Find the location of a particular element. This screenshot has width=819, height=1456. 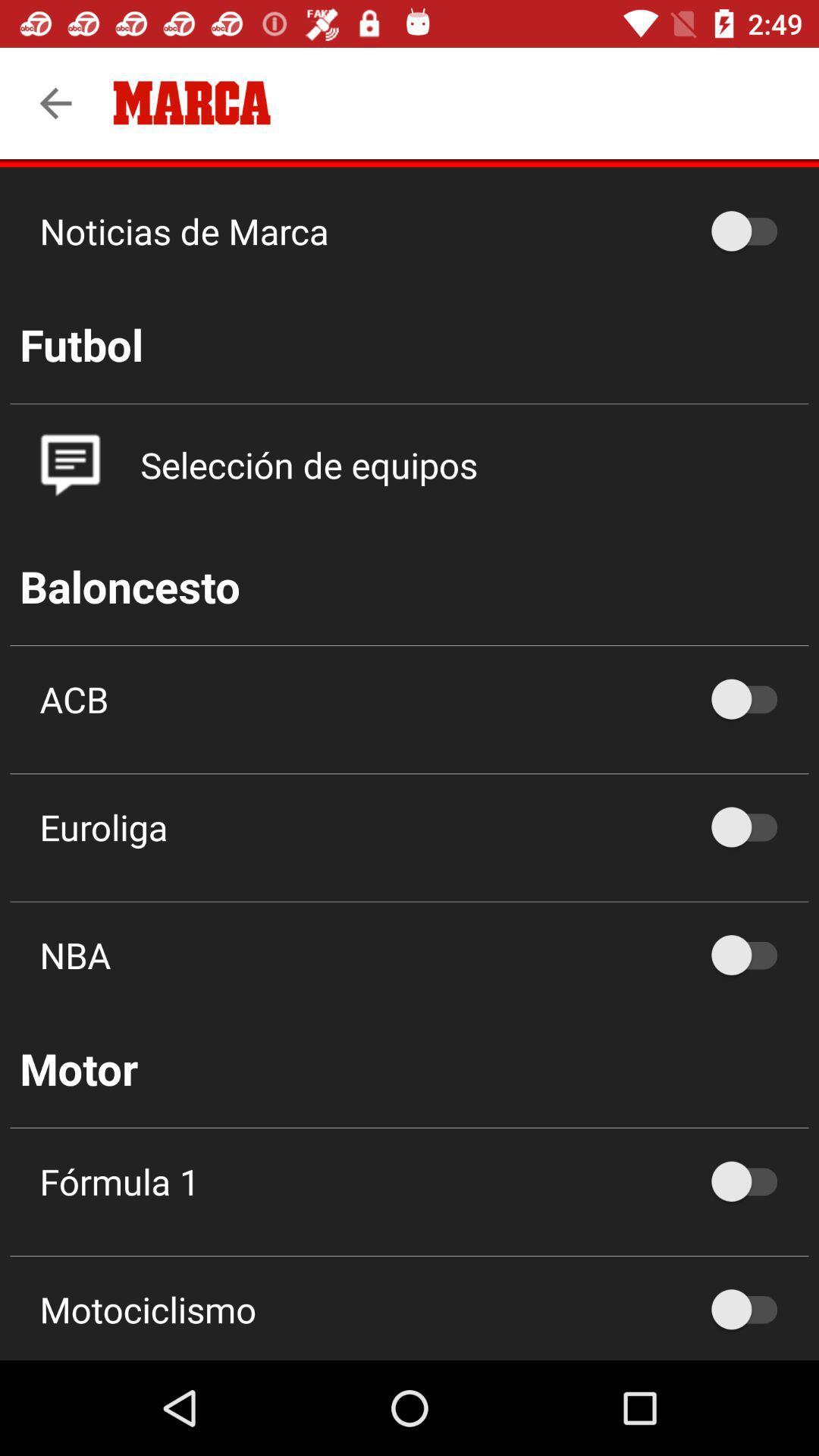

euroliga option is located at coordinates (752, 826).